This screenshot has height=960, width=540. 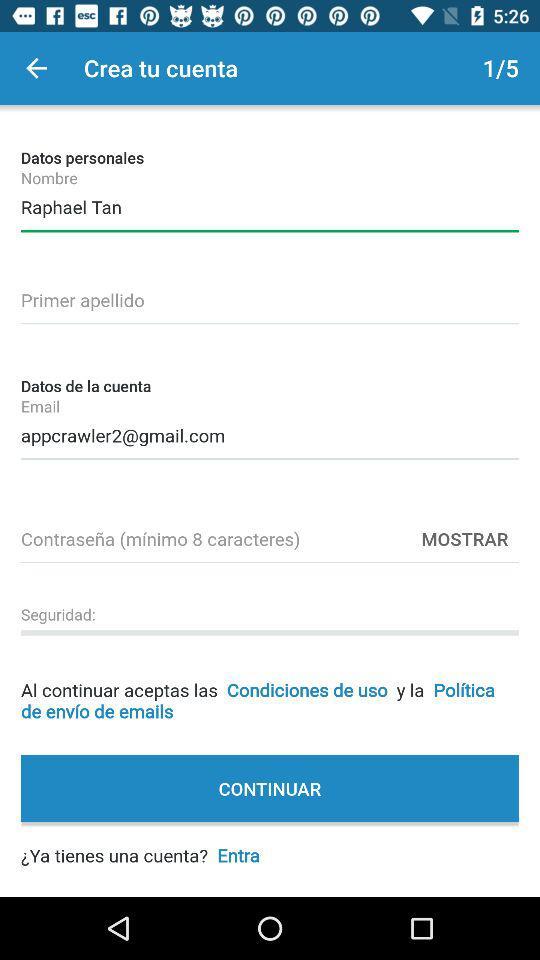 What do you see at coordinates (270, 432) in the screenshot?
I see `the item below datos de la` at bounding box center [270, 432].